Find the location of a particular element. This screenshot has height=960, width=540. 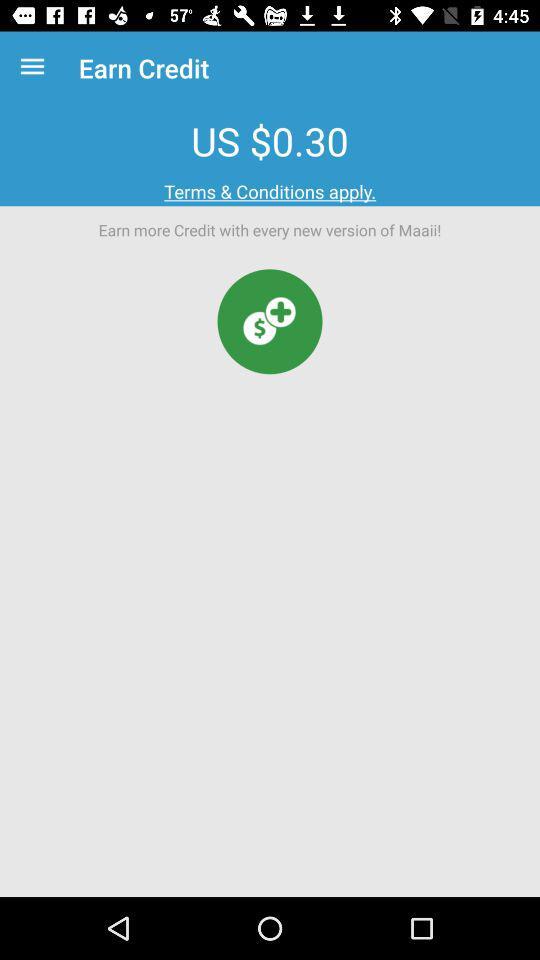

the item next to earn credit item is located at coordinates (36, 68).